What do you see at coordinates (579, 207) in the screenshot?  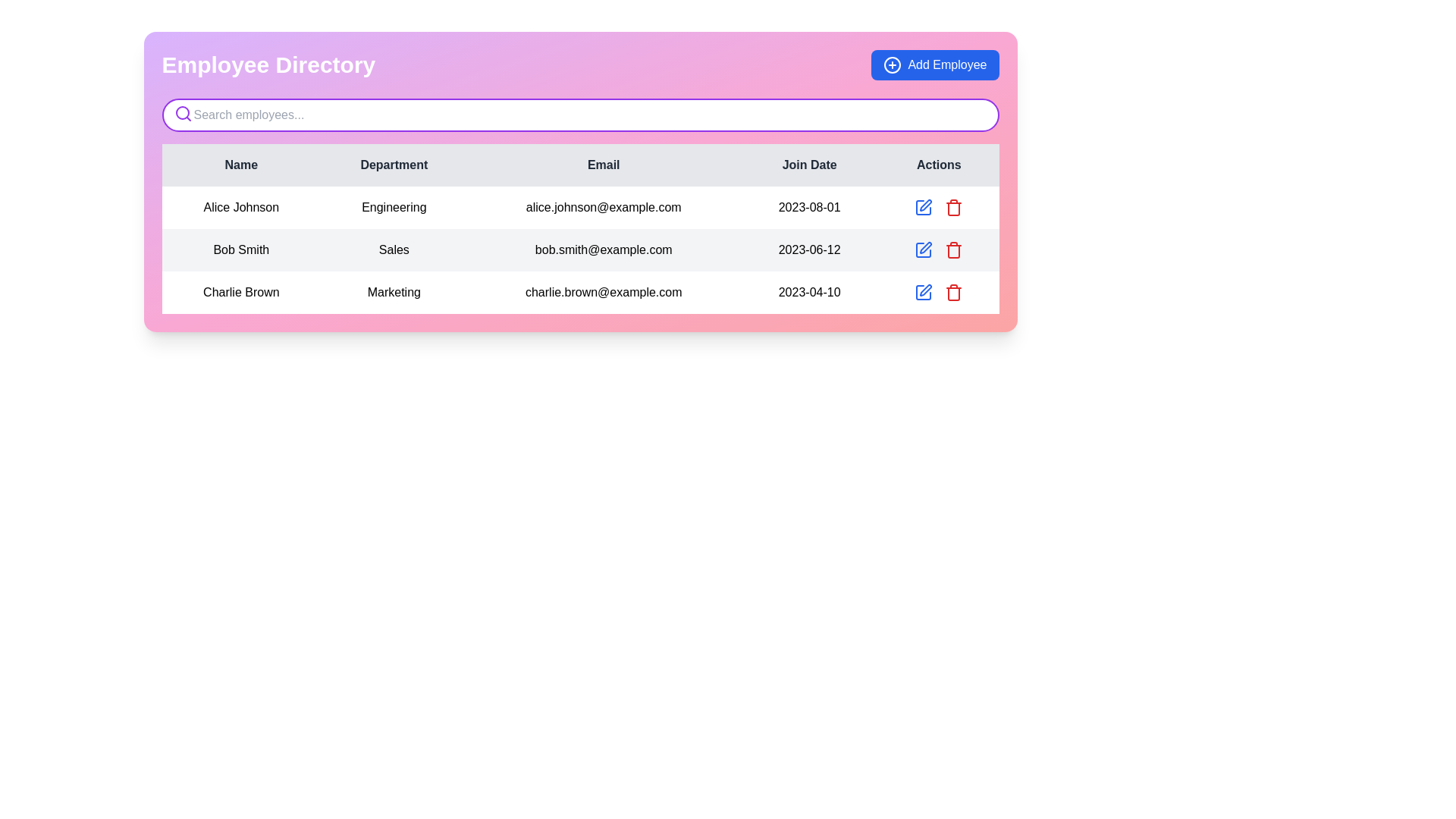 I see `information presented in the employee directory table row for 'Alice Johnson', which includes her name, department, email address, and joining date` at bounding box center [579, 207].